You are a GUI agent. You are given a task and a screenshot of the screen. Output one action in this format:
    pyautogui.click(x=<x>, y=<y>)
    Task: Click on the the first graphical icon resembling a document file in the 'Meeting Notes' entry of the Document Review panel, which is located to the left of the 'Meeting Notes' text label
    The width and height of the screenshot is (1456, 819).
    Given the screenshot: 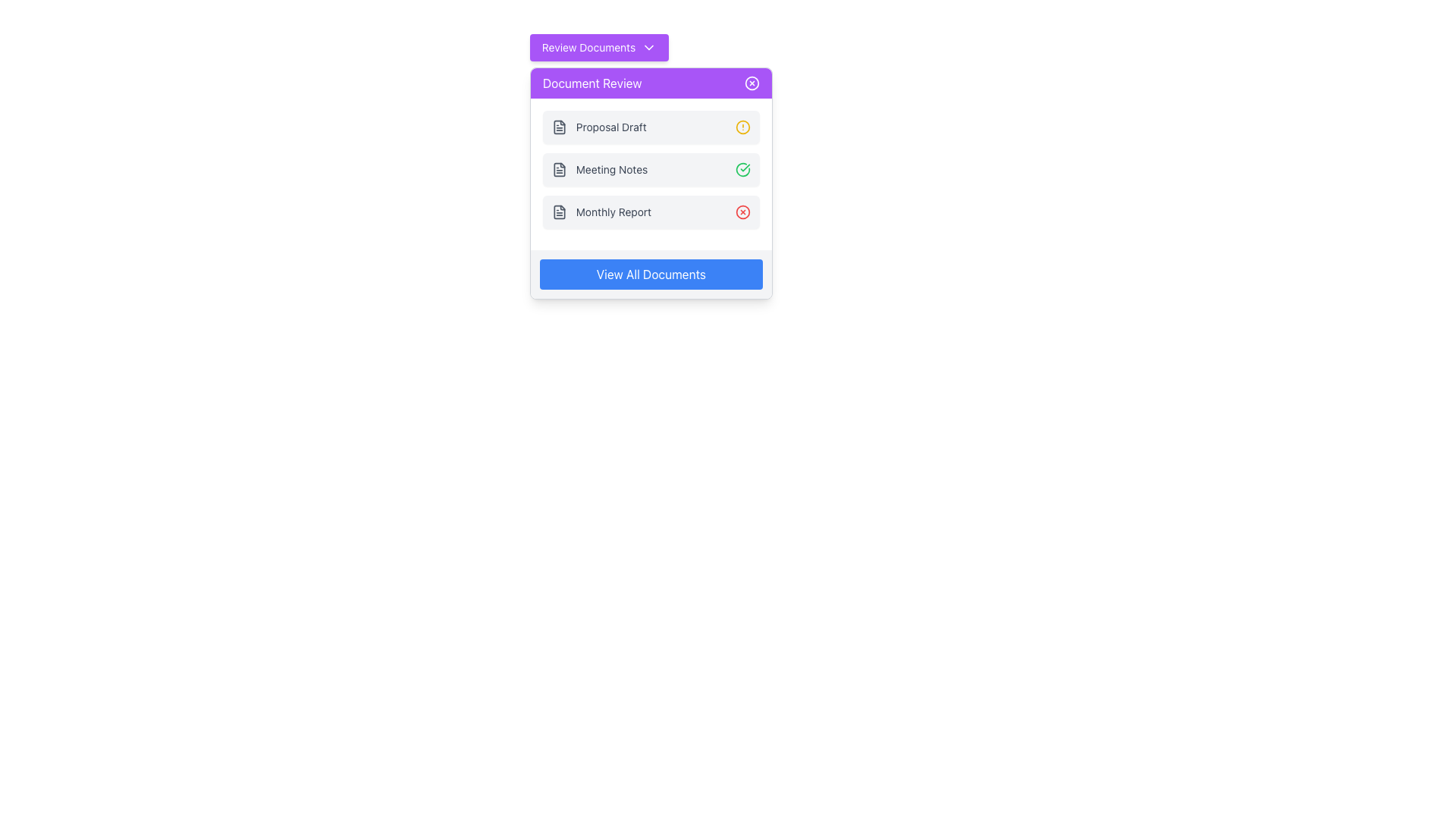 What is the action you would take?
    pyautogui.click(x=558, y=169)
    